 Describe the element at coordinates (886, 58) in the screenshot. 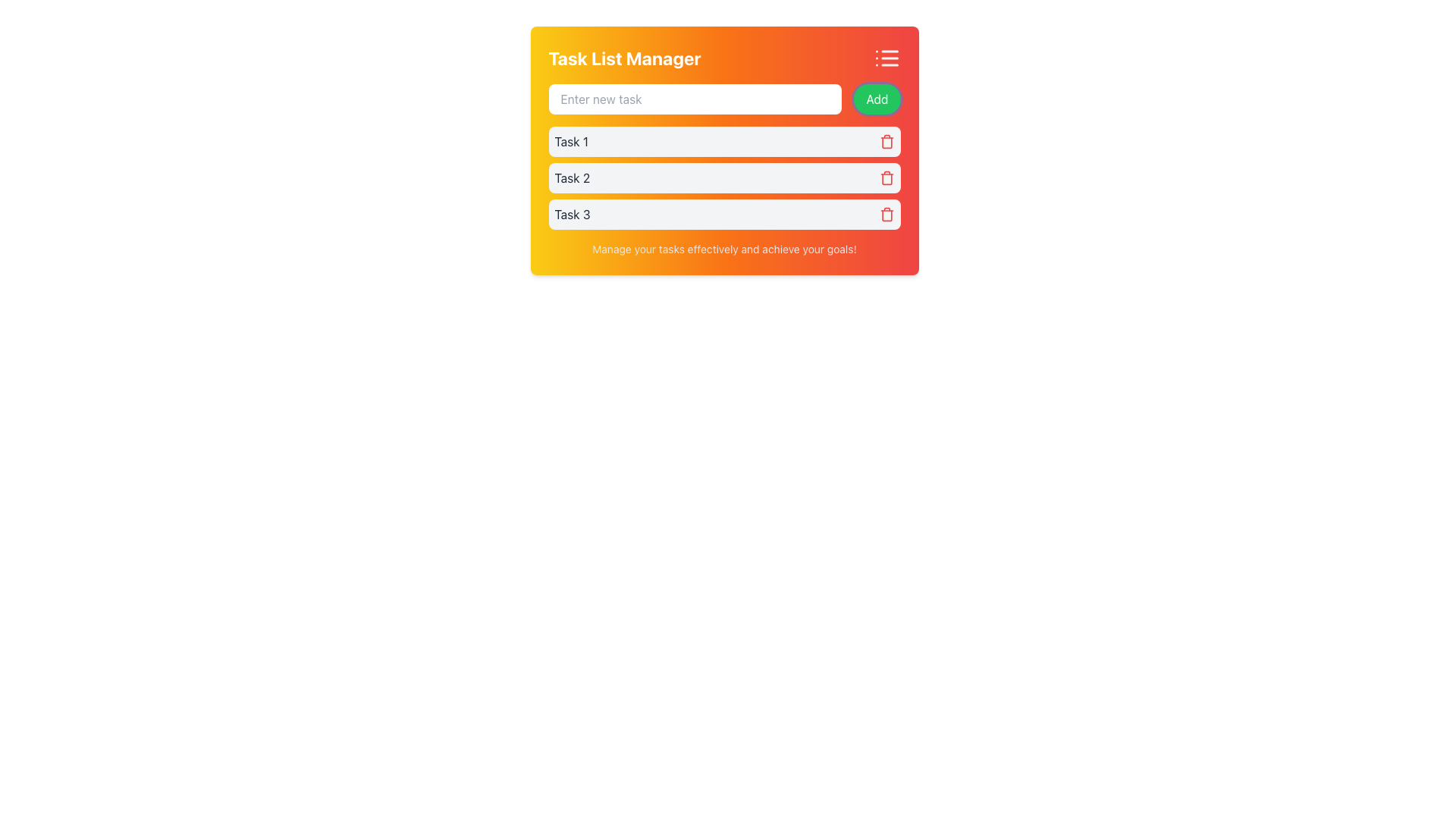

I see `the menu icon located to the far right of the header next to the 'Task List Manager' title` at that location.